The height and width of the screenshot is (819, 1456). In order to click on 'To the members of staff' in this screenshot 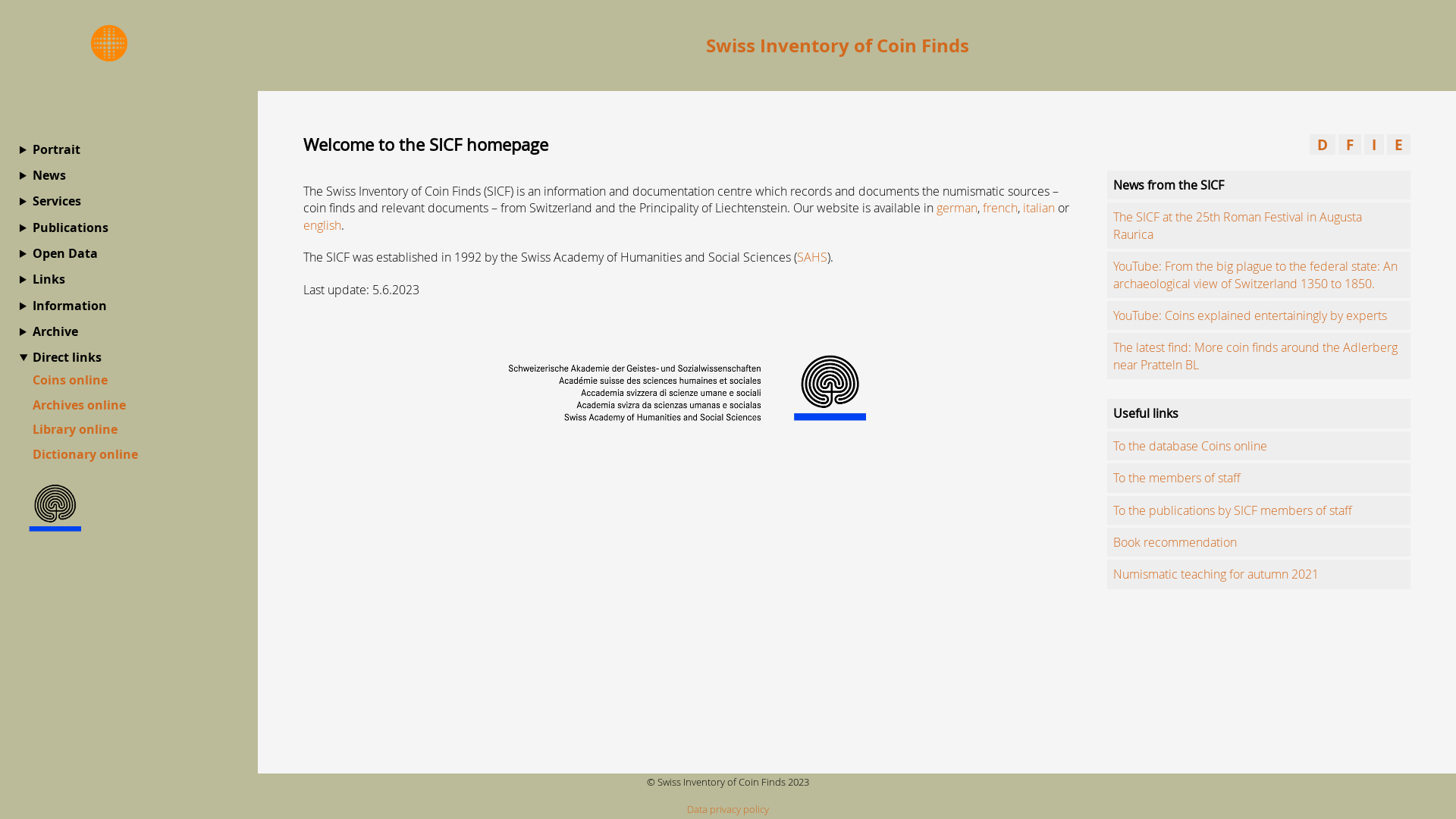, I will do `click(1175, 476)`.